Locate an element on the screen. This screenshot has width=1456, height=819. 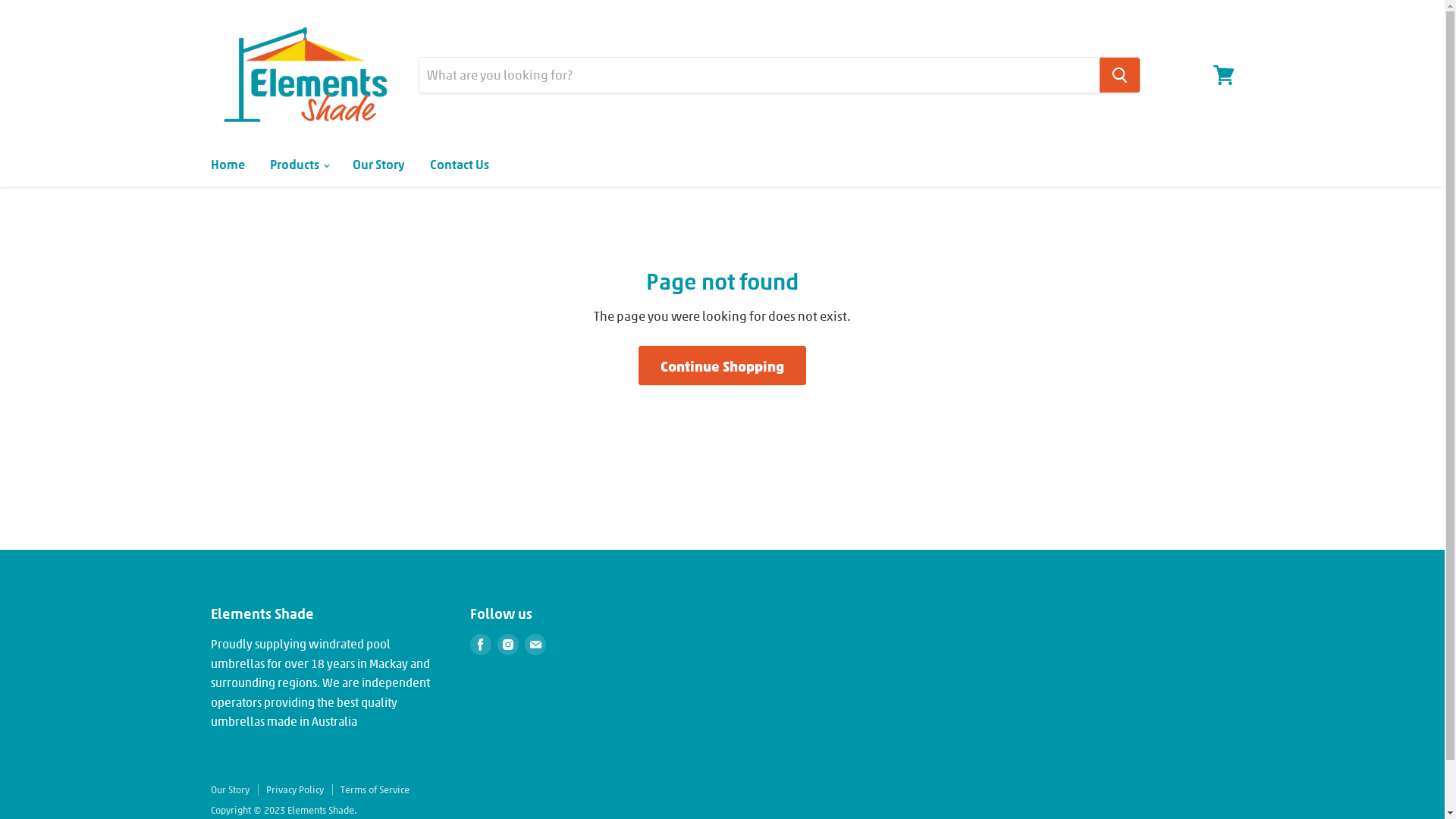
'Products' is located at coordinates (298, 164).